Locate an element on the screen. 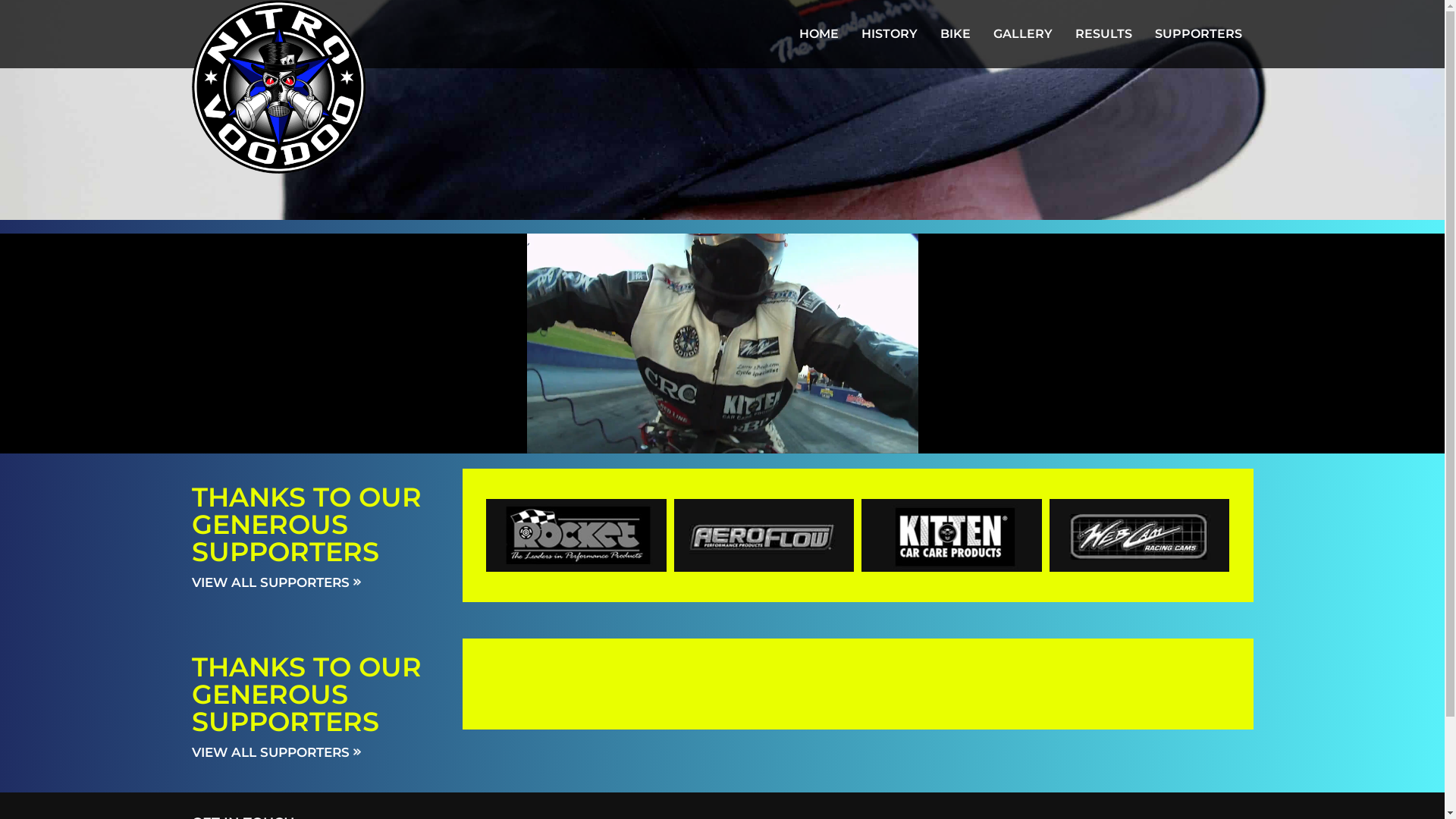  'HISTORY' is located at coordinates (888, 34).